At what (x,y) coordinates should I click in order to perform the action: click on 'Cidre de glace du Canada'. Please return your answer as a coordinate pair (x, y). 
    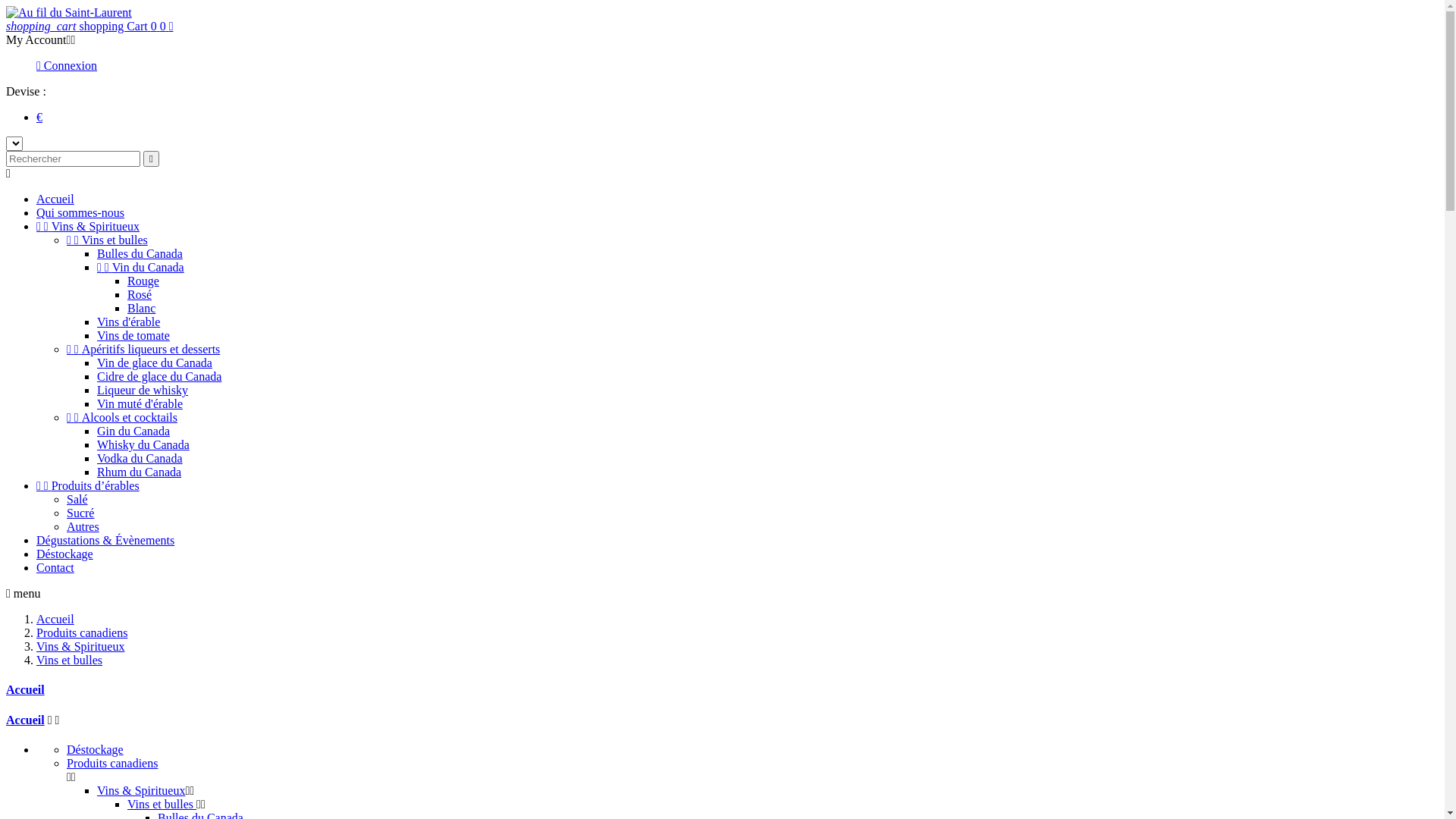
    Looking at the image, I should click on (159, 375).